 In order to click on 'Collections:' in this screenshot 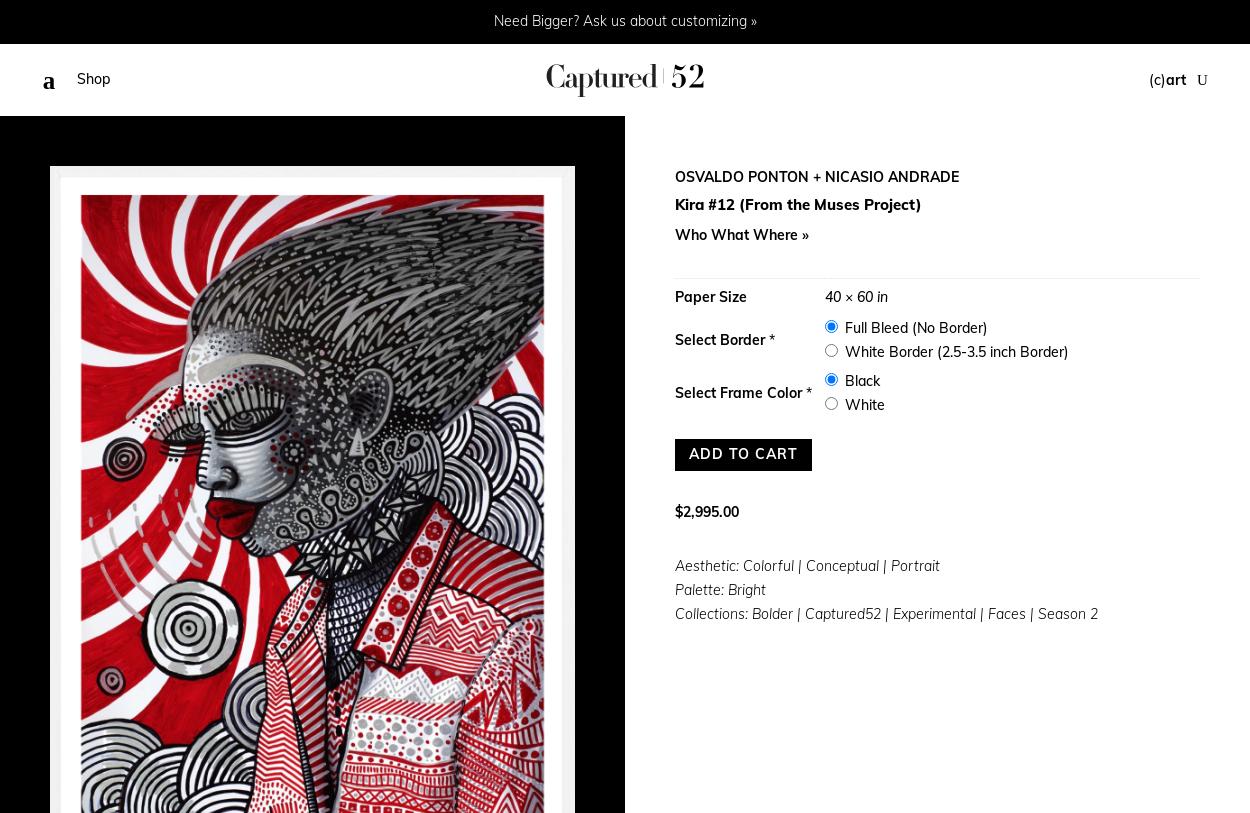, I will do `click(712, 613)`.